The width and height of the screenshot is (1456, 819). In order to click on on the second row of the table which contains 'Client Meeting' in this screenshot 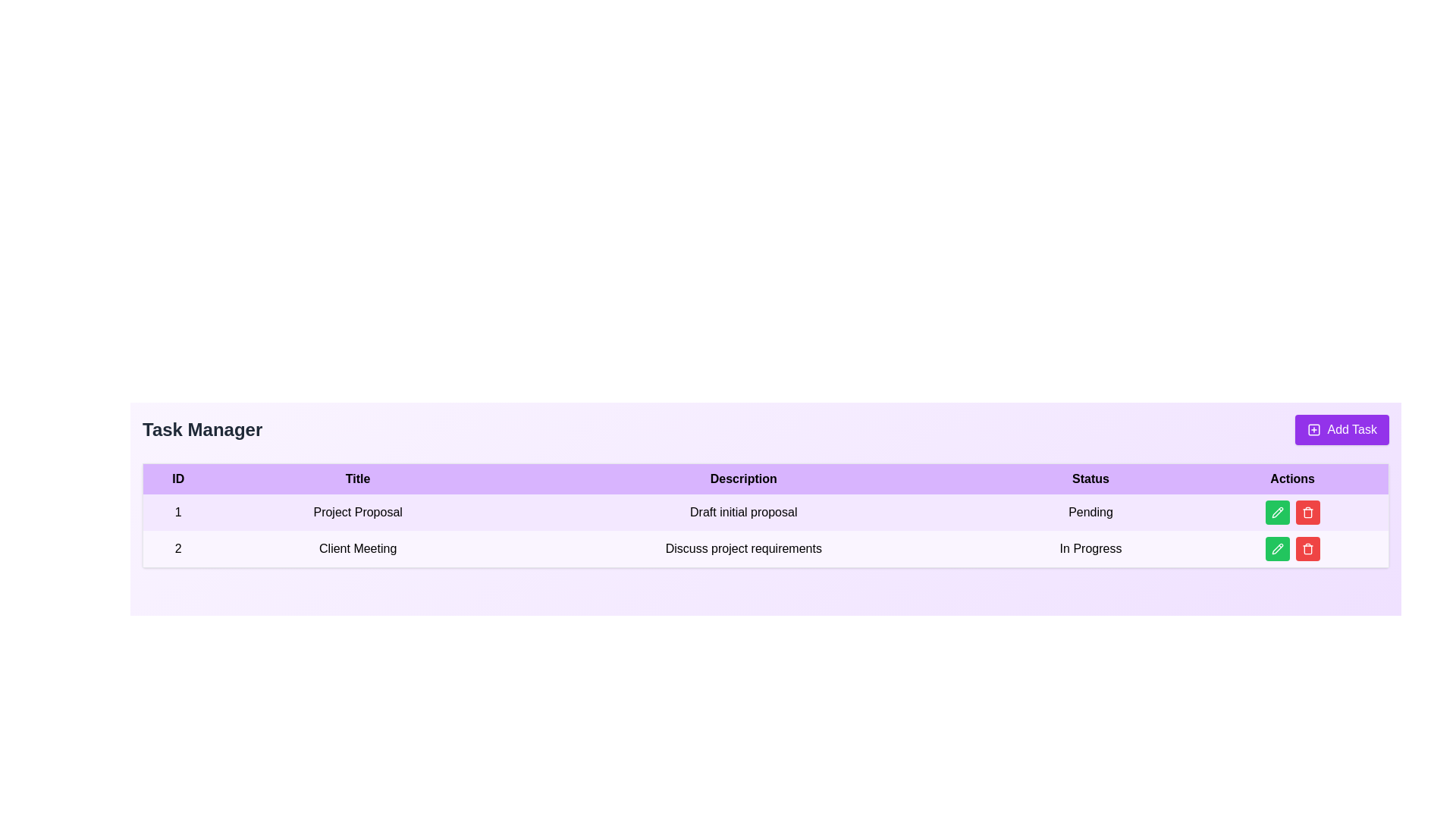, I will do `click(765, 549)`.